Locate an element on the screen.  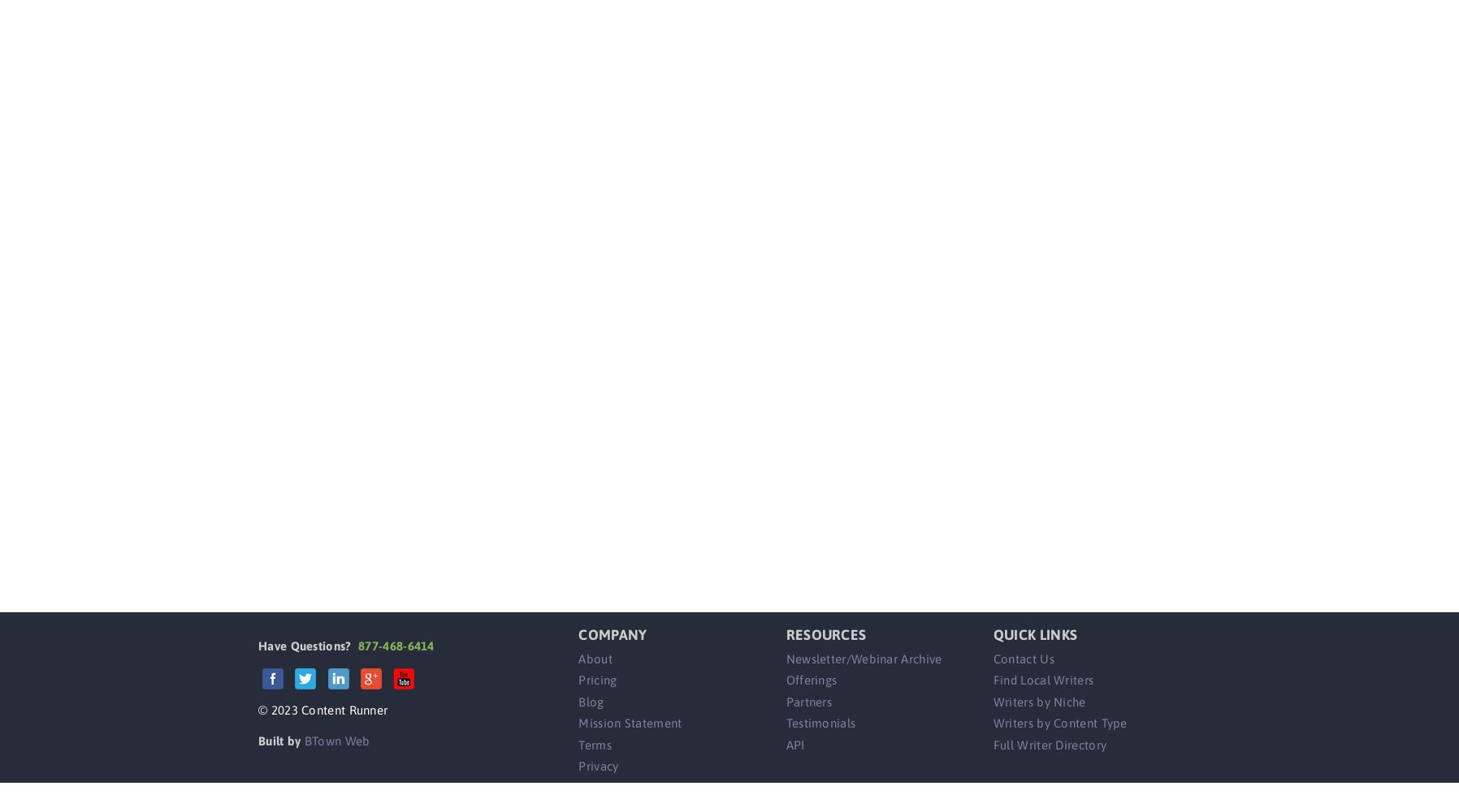
'QUICK LINKS' is located at coordinates (1035, 635).